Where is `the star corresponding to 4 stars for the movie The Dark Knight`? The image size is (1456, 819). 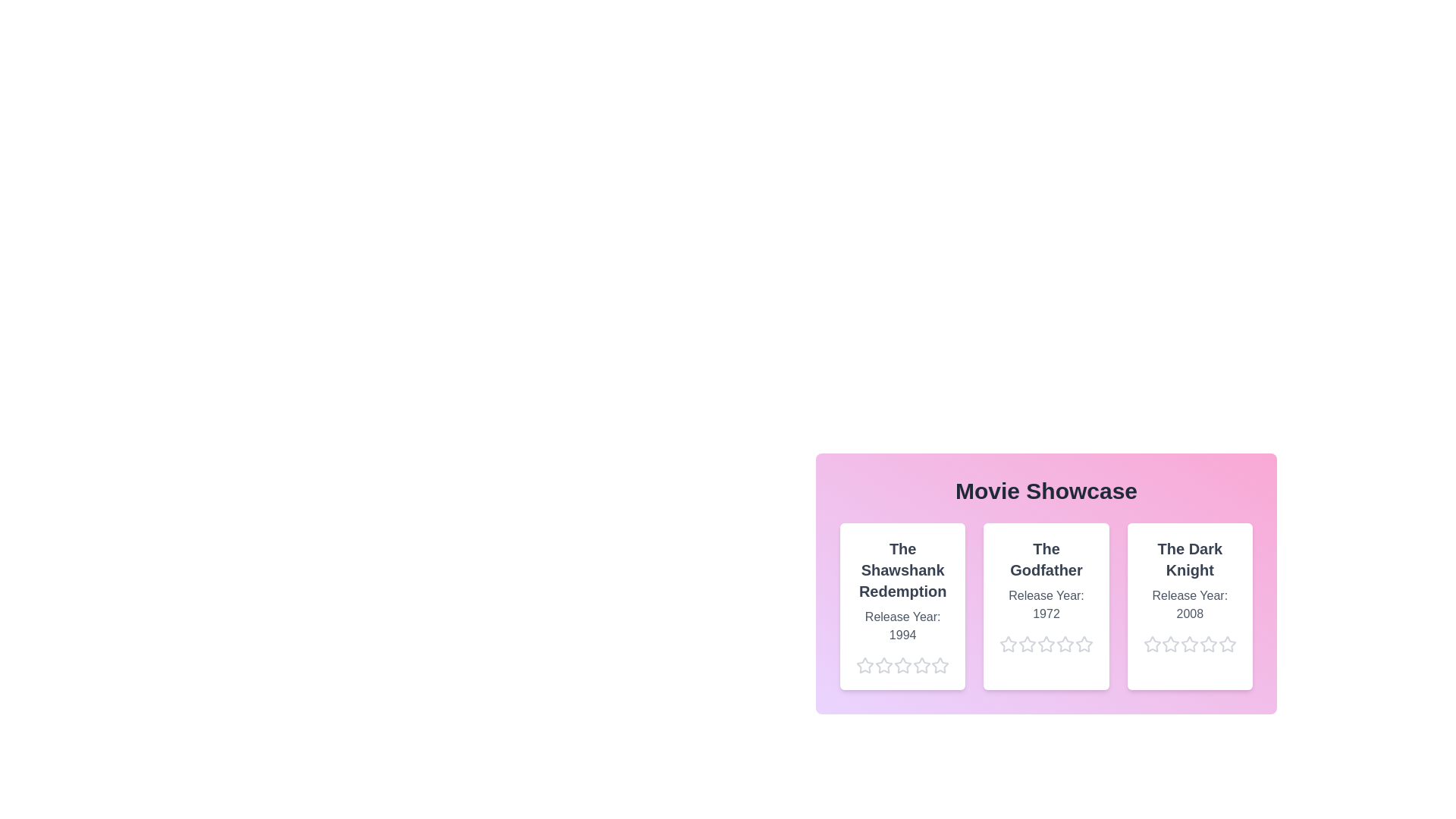 the star corresponding to 4 stars for the movie The Dark Knight is located at coordinates (1199, 644).